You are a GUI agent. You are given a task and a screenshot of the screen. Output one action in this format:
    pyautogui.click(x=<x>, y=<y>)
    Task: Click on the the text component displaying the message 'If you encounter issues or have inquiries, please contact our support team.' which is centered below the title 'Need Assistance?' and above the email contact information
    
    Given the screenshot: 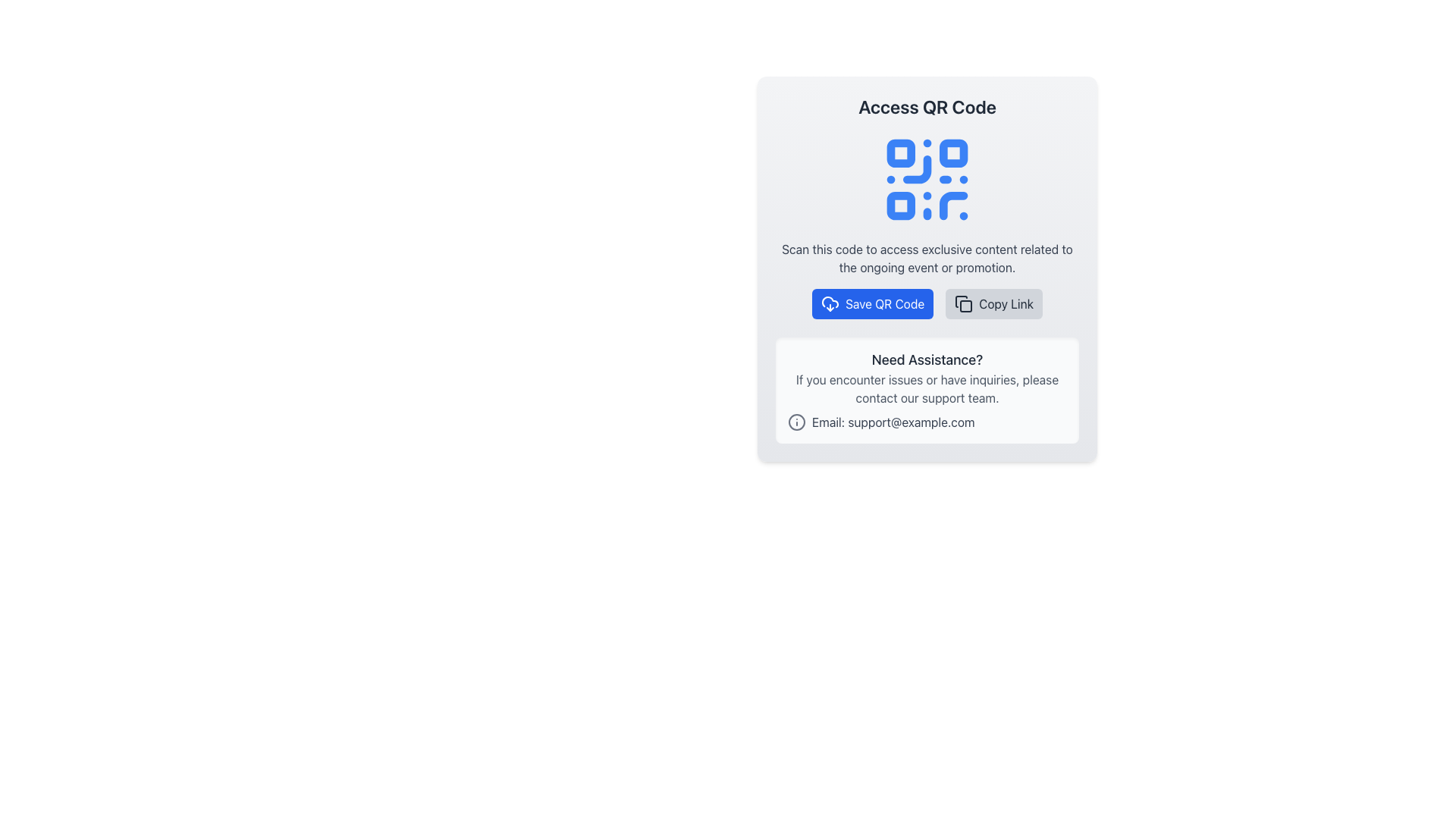 What is the action you would take?
    pyautogui.click(x=927, y=388)
    